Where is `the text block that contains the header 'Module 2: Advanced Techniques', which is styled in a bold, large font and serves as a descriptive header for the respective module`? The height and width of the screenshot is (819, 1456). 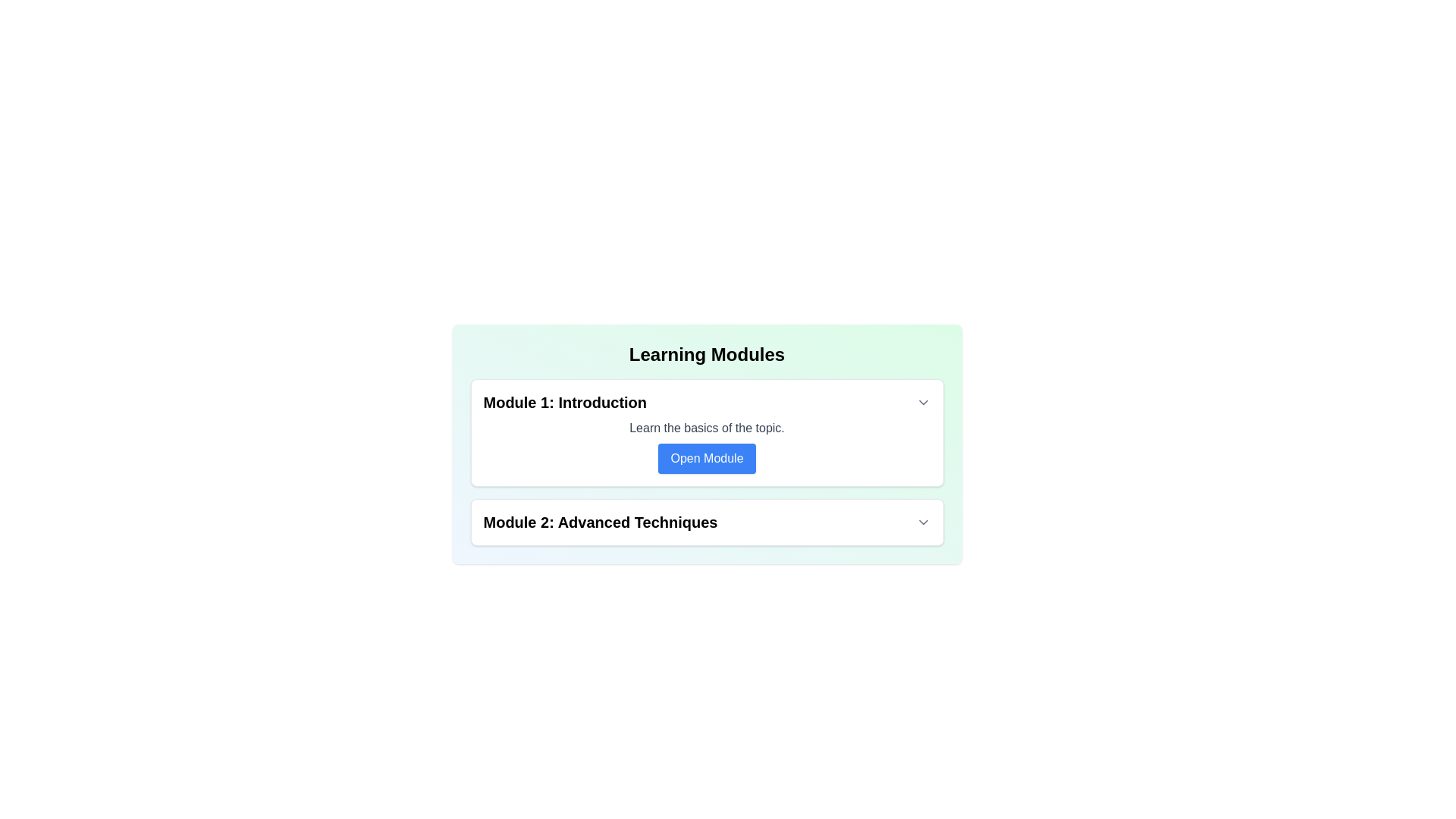 the text block that contains the header 'Module 2: Advanced Techniques', which is styled in a bold, large font and serves as a descriptive header for the respective module is located at coordinates (600, 522).